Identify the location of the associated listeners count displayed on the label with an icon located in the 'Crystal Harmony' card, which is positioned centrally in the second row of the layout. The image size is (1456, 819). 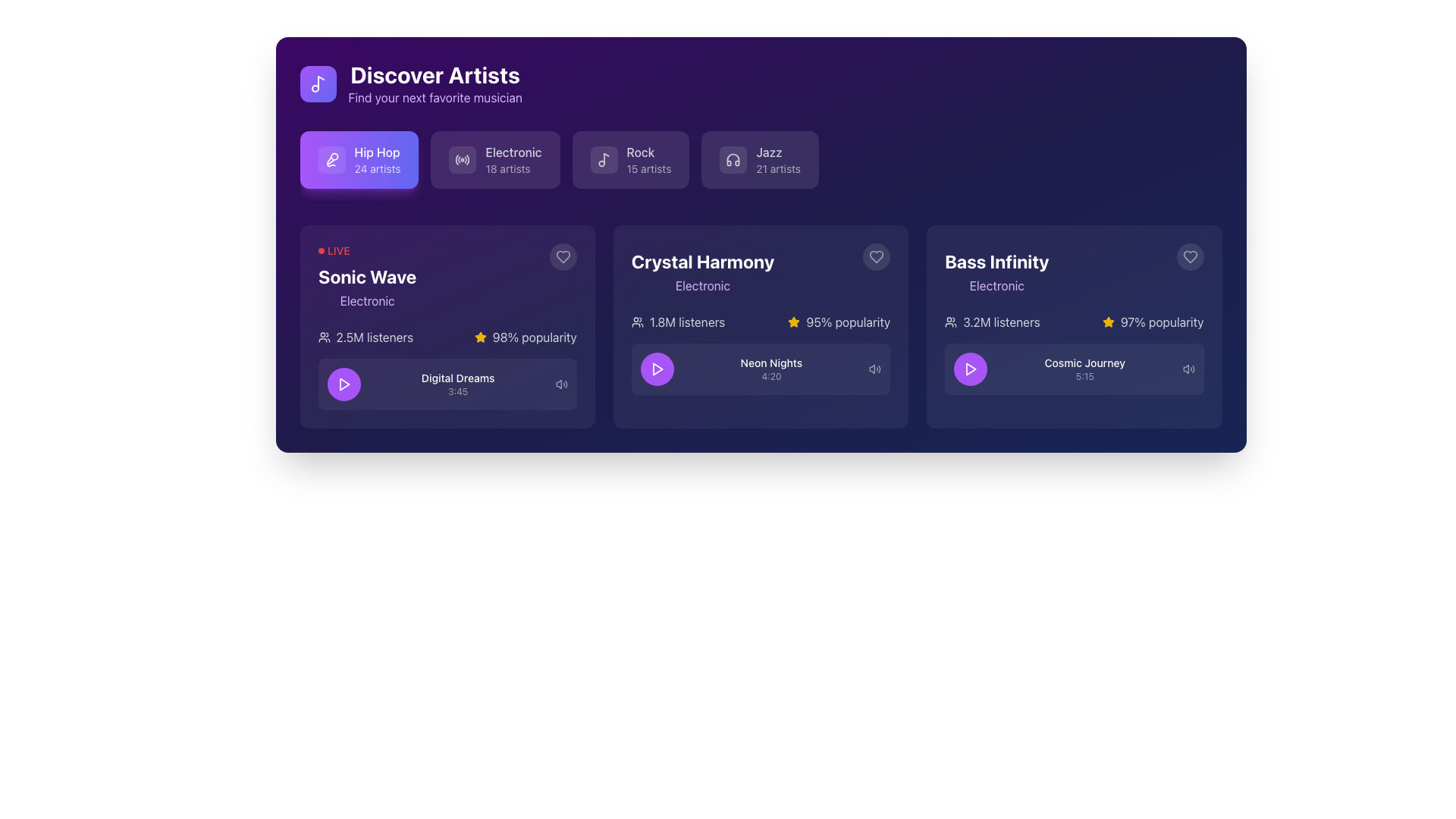
(677, 321).